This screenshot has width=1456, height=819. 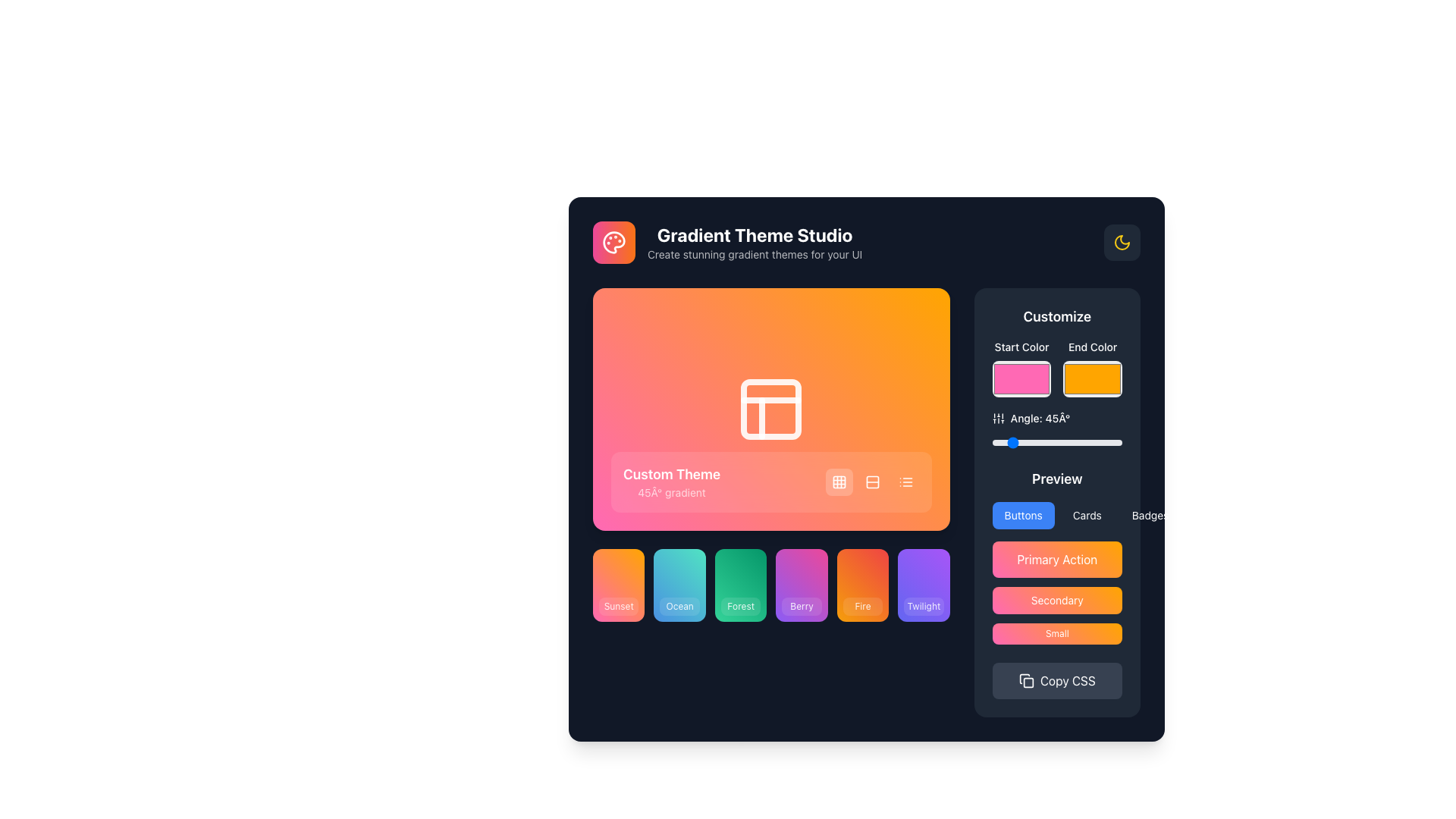 What do you see at coordinates (1056, 556) in the screenshot?
I see `the 'Primary Action' button located in the right-side panel under the 'Preview' section to initiate the primary action` at bounding box center [1056, 556].